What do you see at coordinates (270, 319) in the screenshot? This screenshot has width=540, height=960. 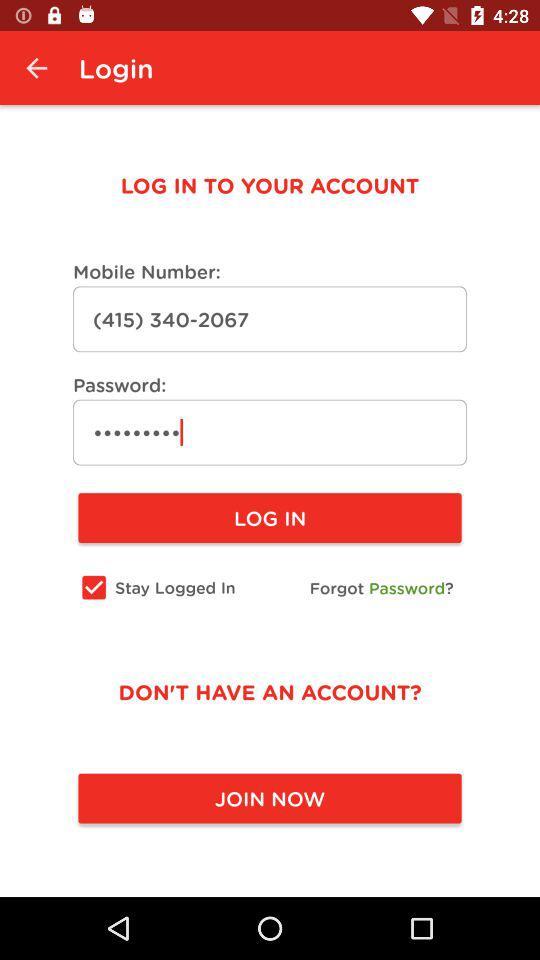 I see `the text field below mobile number` at bounding box center [270, 319].